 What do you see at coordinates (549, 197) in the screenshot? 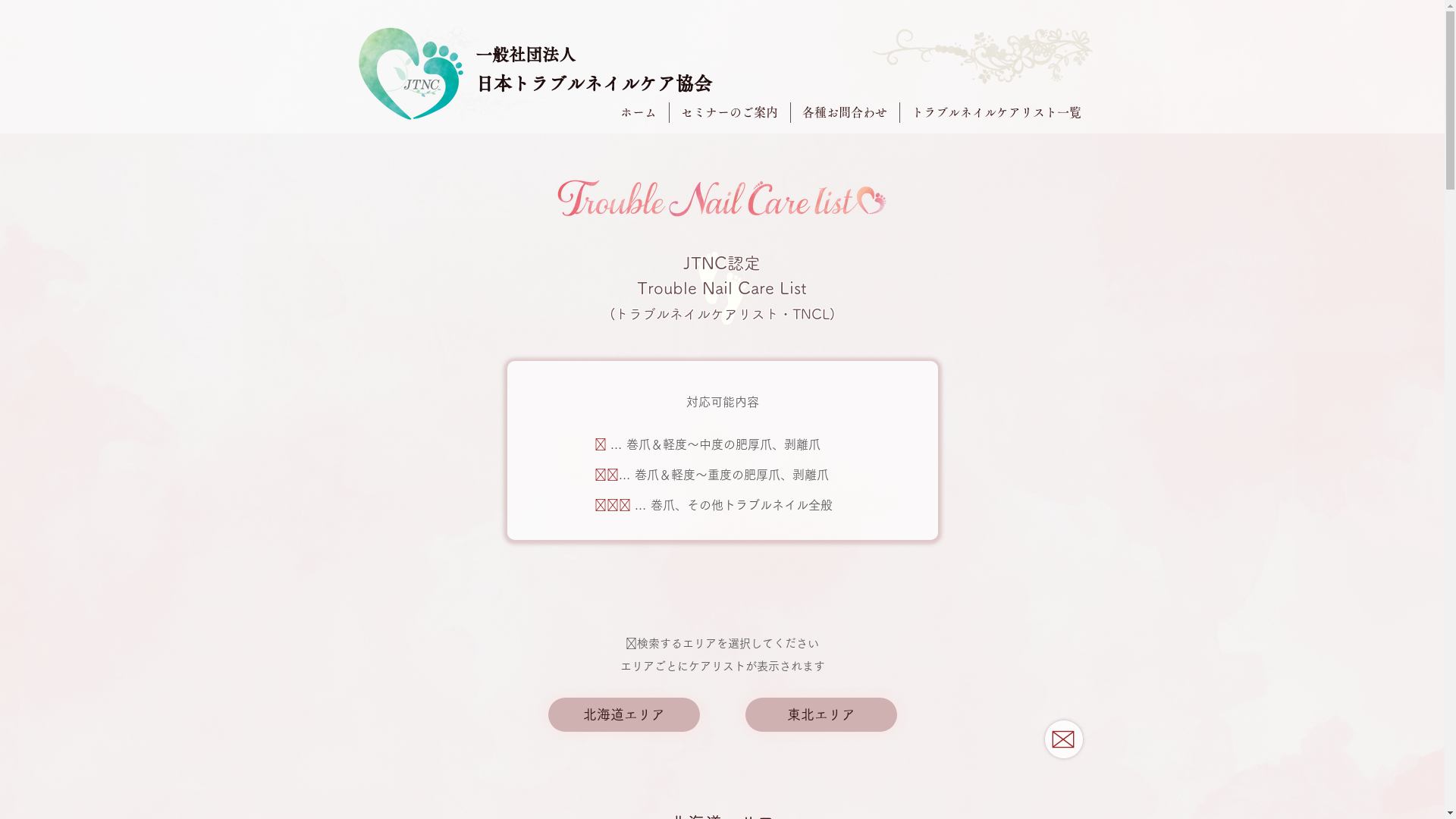
I see `'Trouble Nail Care list_LOGO_01typemain.p'` at bounding box center [549, 197].